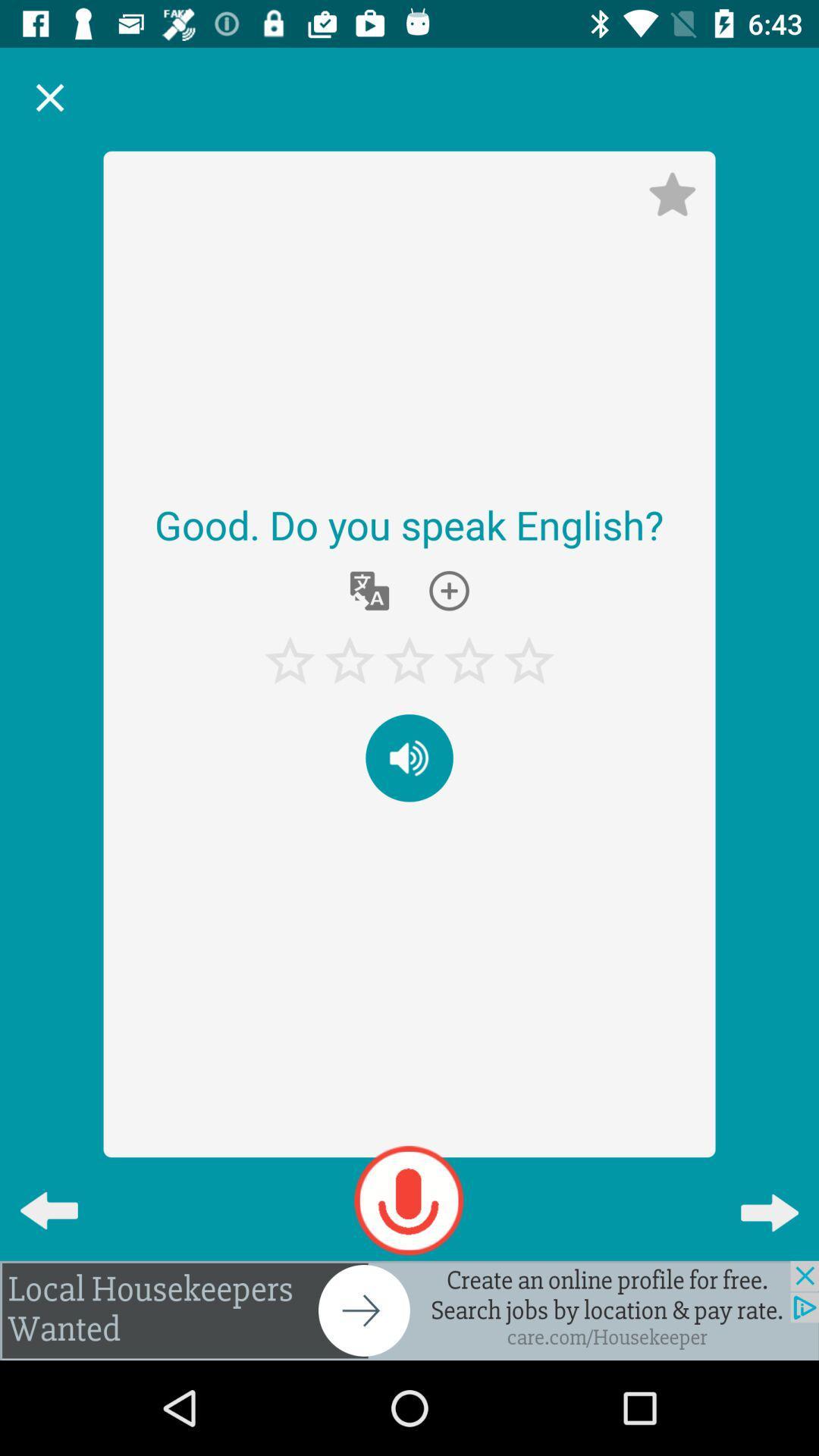  What do you see at coordinates (671, 193) in the screenshot?
I see `the star icon` at bounding box center [671, 193].